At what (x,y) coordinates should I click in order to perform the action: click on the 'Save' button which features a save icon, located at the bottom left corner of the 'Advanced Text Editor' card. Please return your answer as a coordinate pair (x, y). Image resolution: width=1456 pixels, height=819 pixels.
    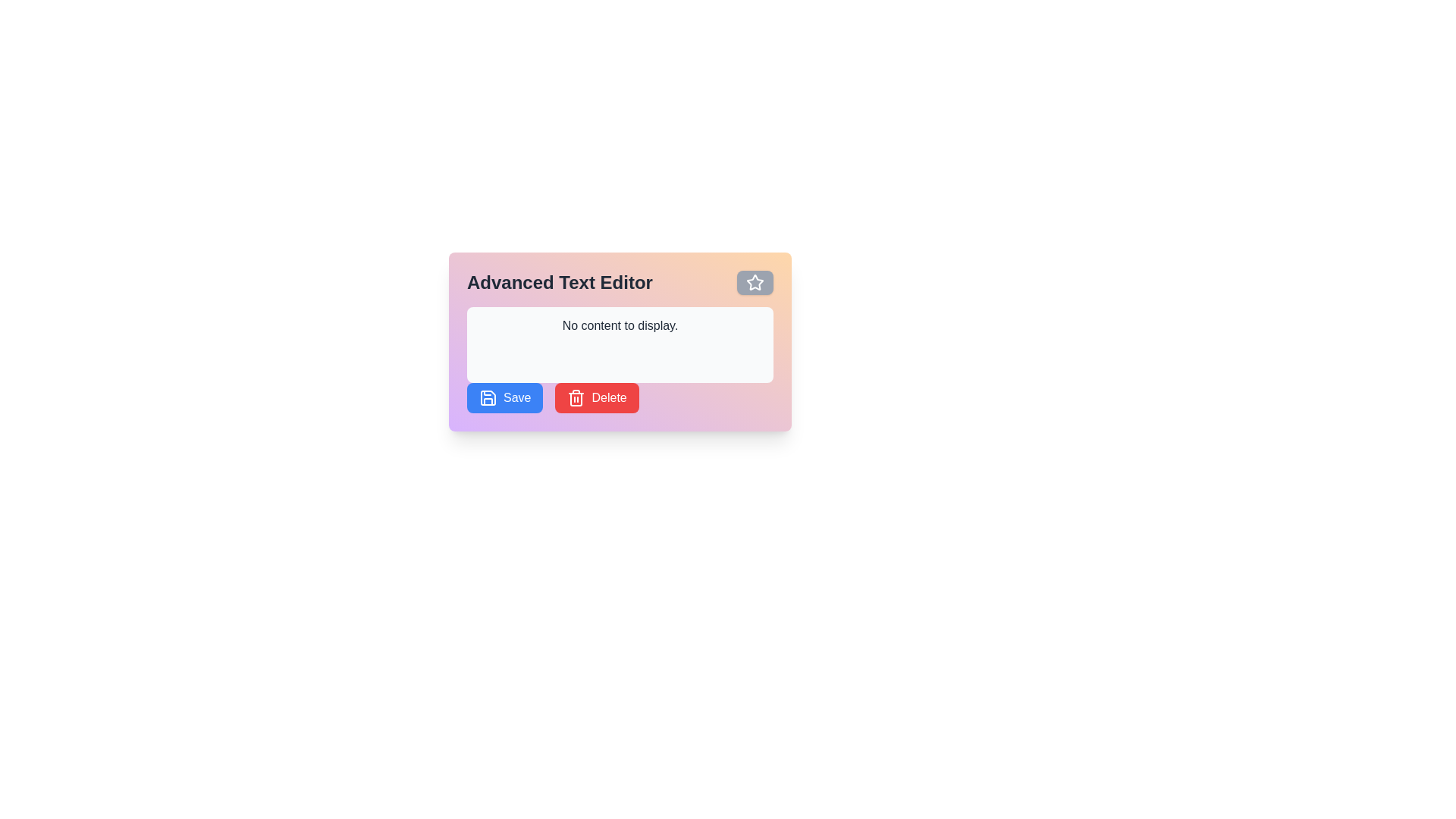
    Looking at the image, I should click on (488, 397).